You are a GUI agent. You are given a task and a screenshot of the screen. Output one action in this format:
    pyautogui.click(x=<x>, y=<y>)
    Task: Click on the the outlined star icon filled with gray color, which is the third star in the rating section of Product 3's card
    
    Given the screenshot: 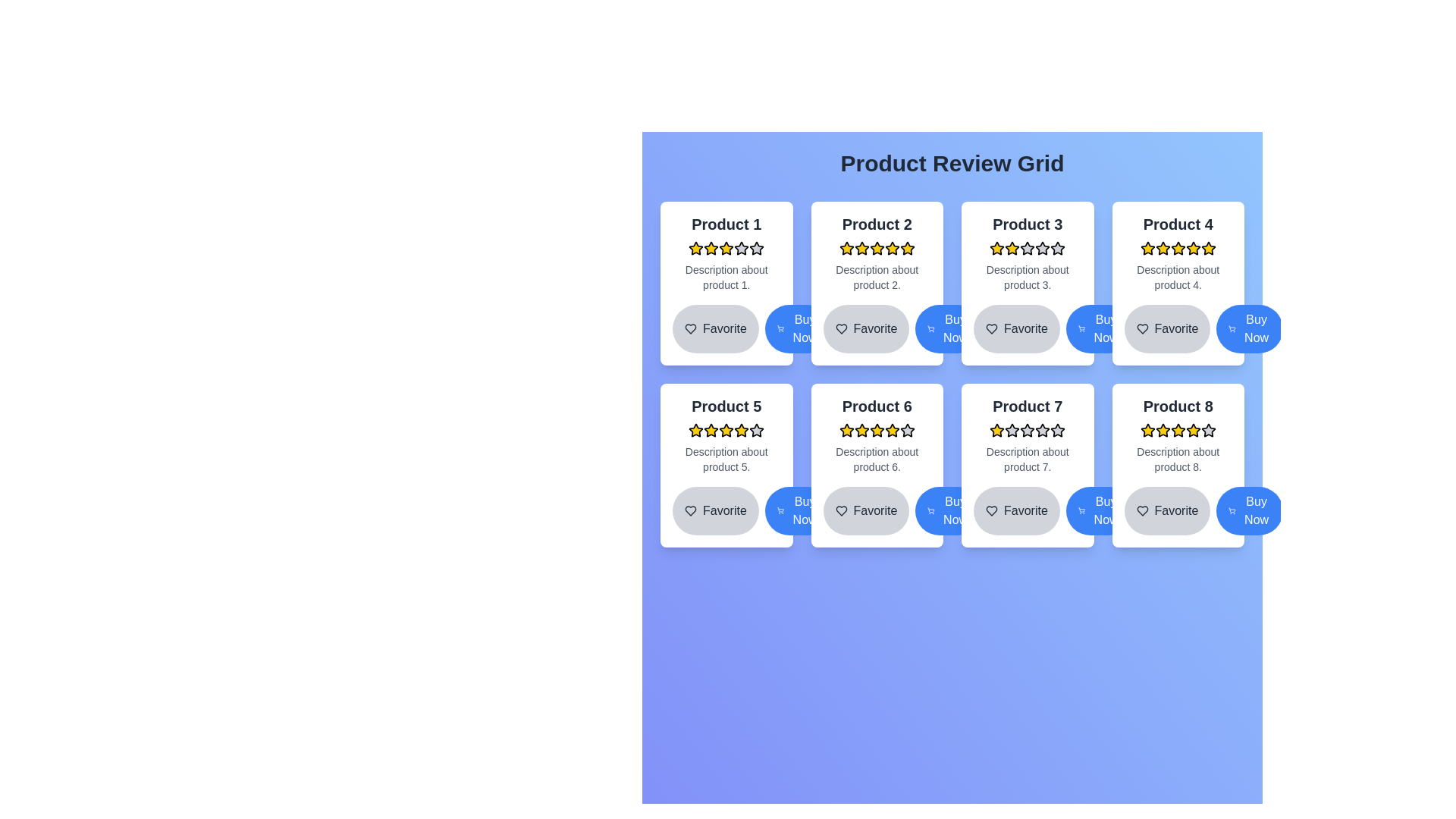 What is the action you would take?
    pyautogui.click(x=1028, y=247)
    